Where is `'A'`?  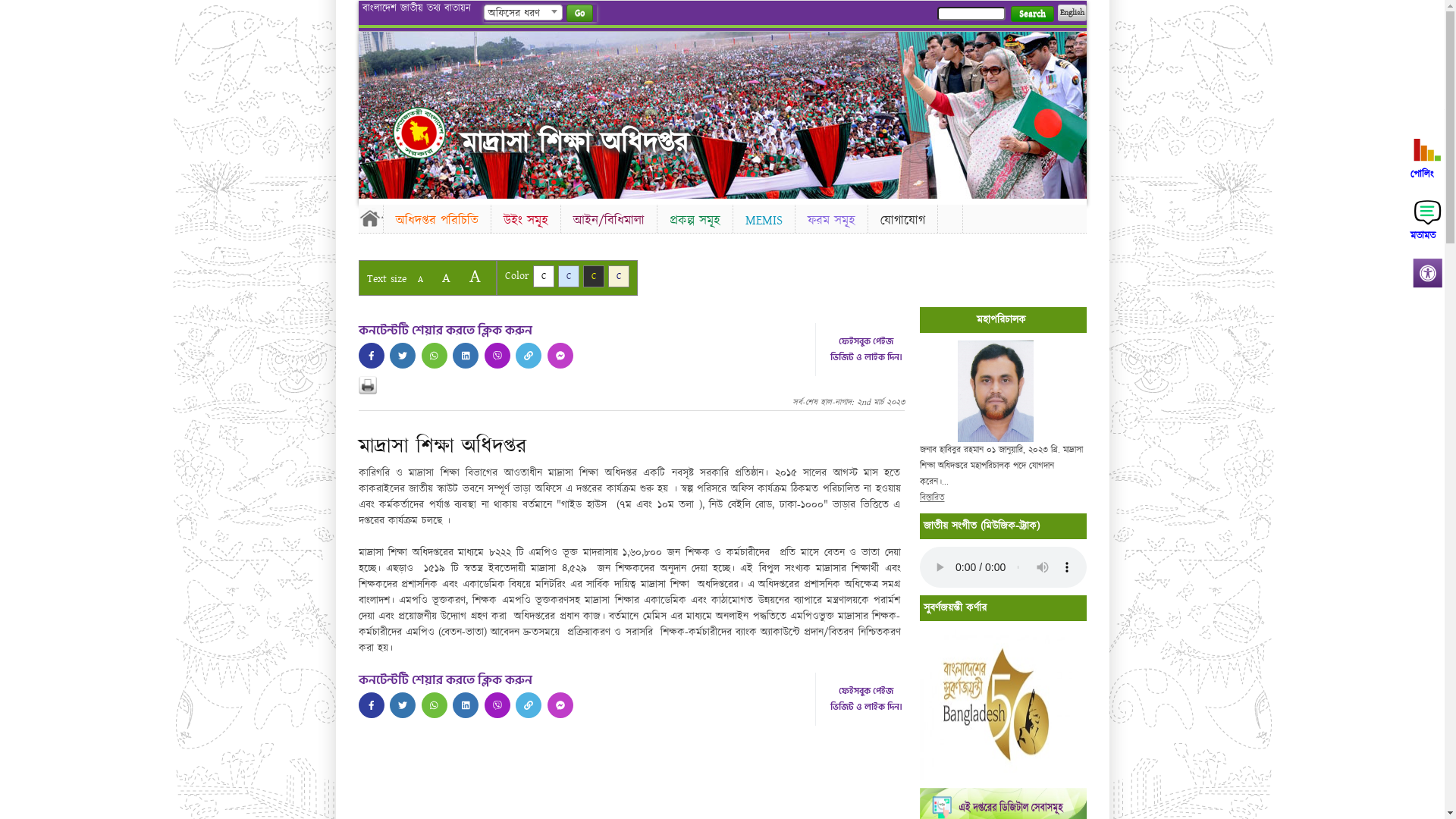 'A' is located at coordinates (473, 276).